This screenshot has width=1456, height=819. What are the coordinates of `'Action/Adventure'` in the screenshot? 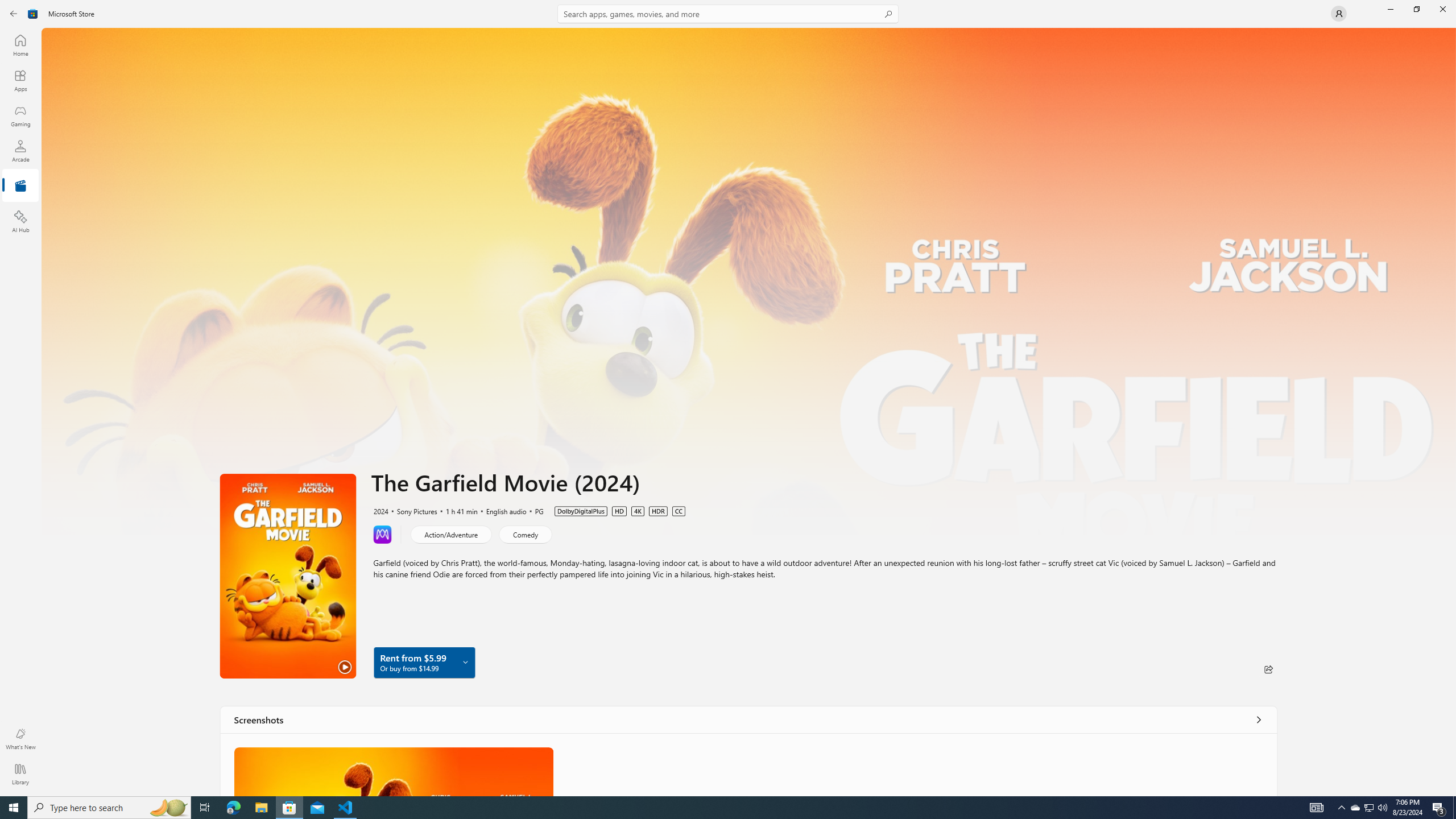 It's located at (450, 533).